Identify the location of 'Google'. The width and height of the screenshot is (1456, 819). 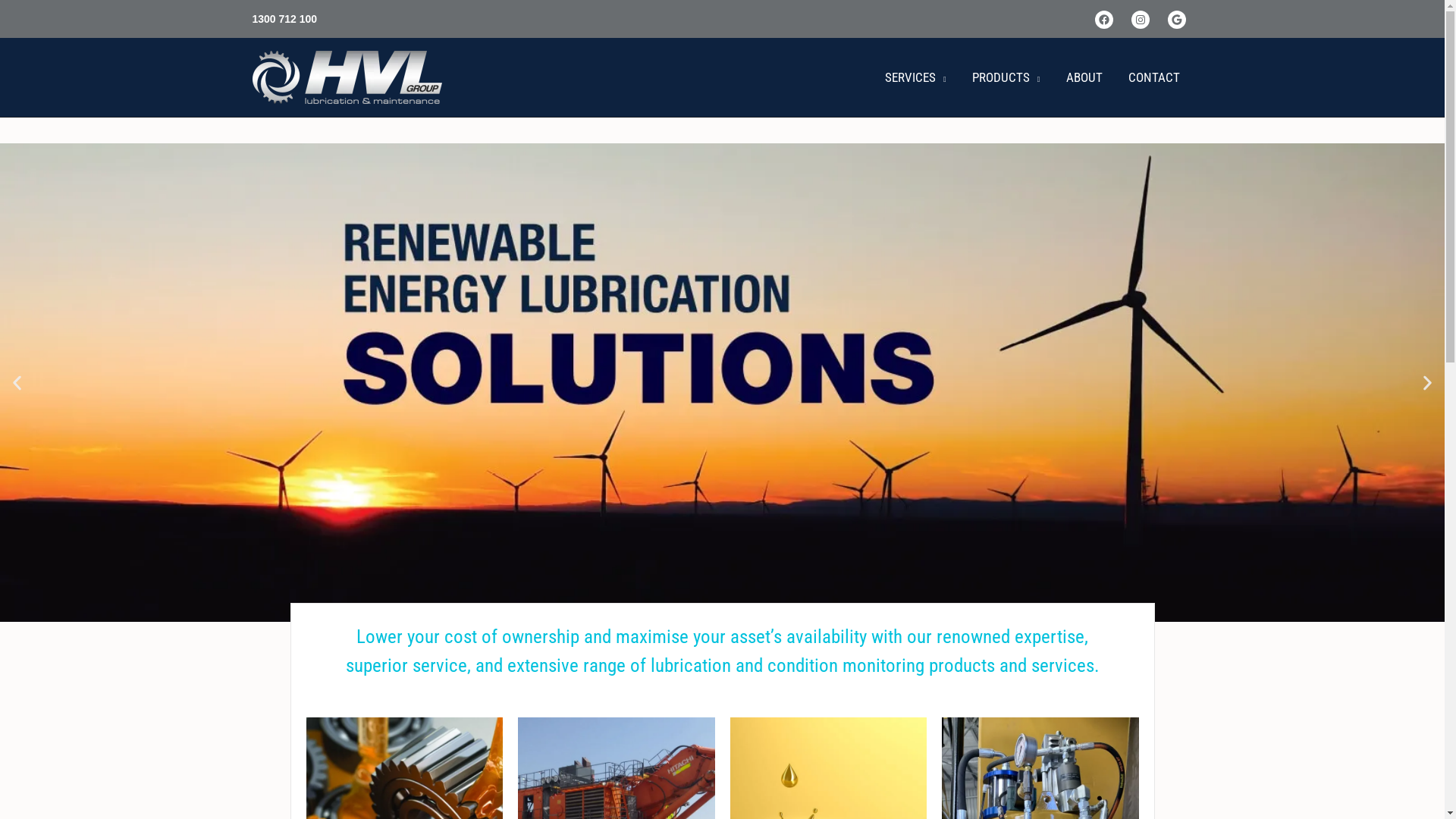
(1167, 20).